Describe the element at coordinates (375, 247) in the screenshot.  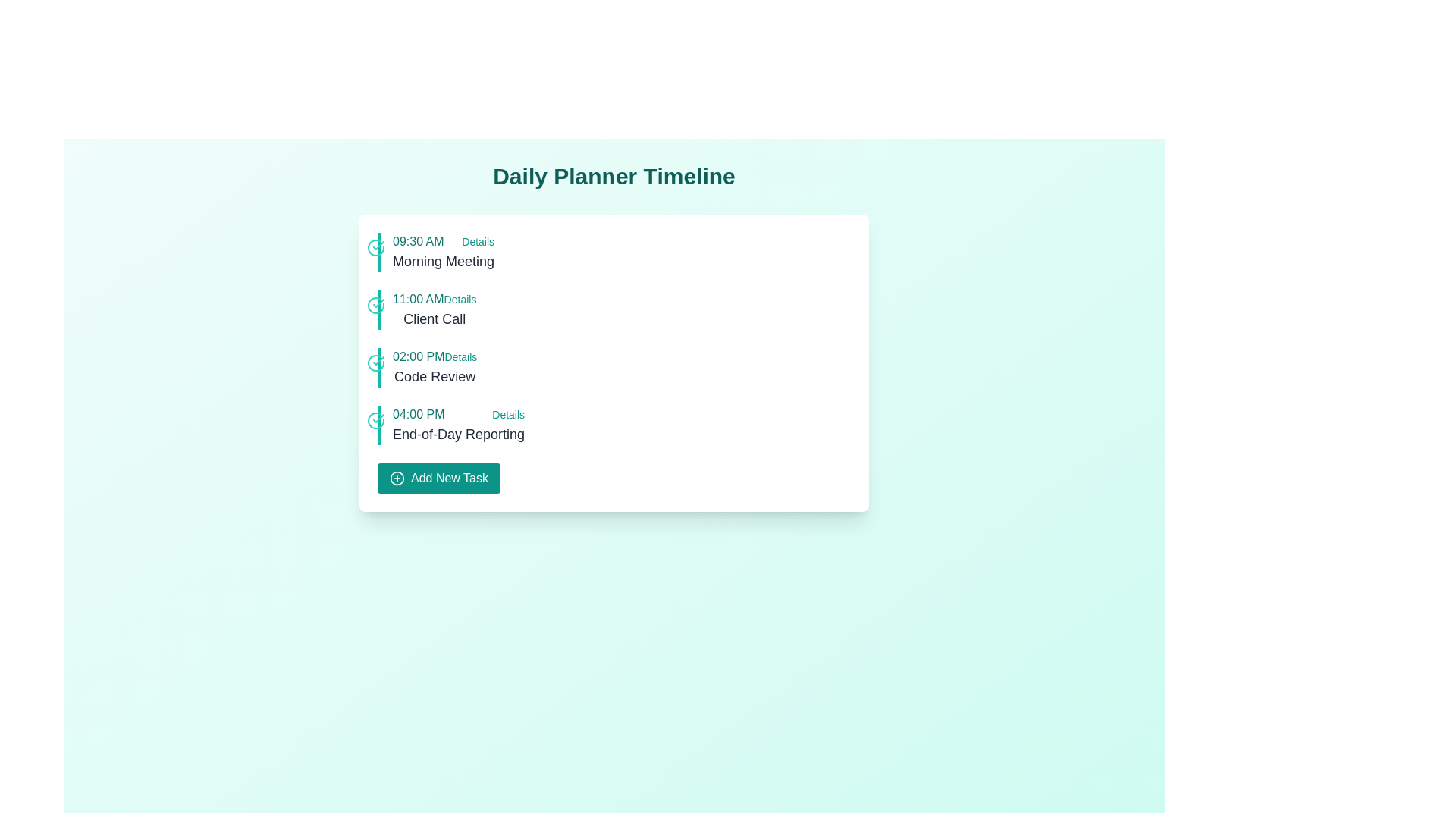
I see `the circular teal icon with a checkmark symbol located to the left of the '09:30 AM Morning Meeting' text in the timeline layout` at that location.